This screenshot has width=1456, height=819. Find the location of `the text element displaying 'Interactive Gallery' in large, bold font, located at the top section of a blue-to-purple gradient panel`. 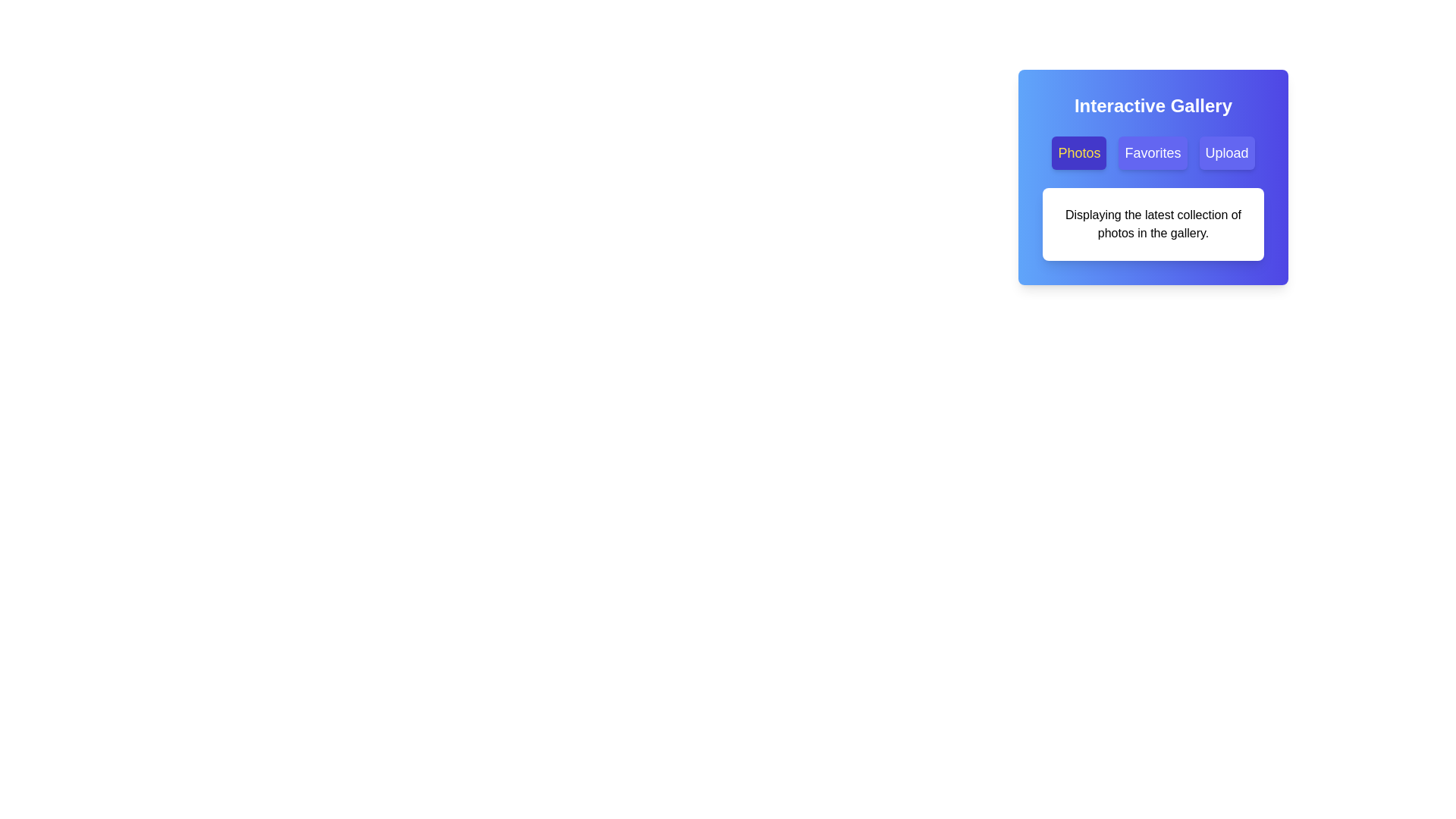

the text element displaying 'Interactive Gallery' in large, bold font, located at the top section of a blue-to-purple gradient panel is located at coordinates (1153, 105).